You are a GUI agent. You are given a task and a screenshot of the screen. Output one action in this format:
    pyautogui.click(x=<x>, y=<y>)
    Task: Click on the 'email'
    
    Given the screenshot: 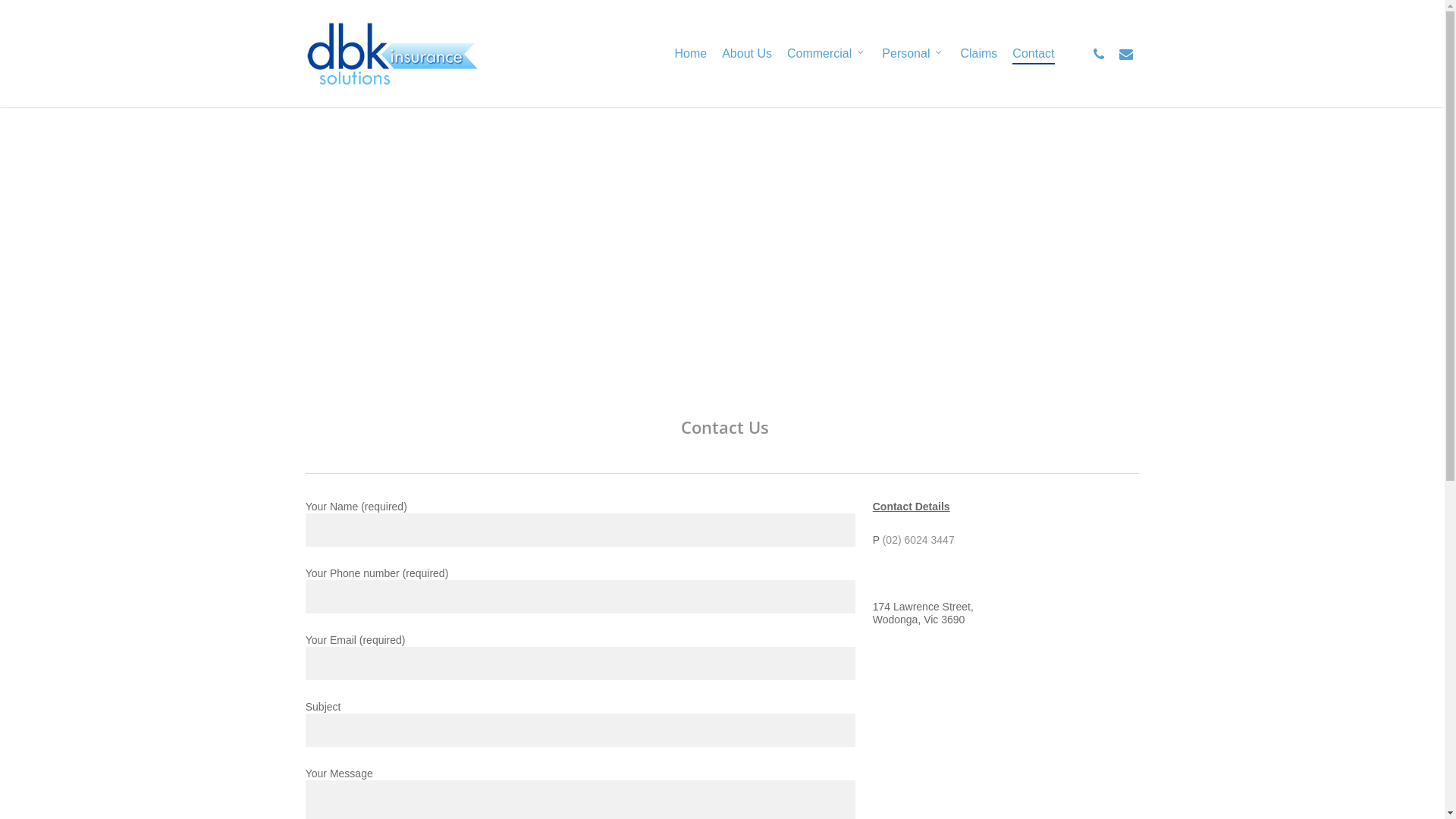 What is the action you would take?
    pyautogui.click(x=1125, y=52)
    